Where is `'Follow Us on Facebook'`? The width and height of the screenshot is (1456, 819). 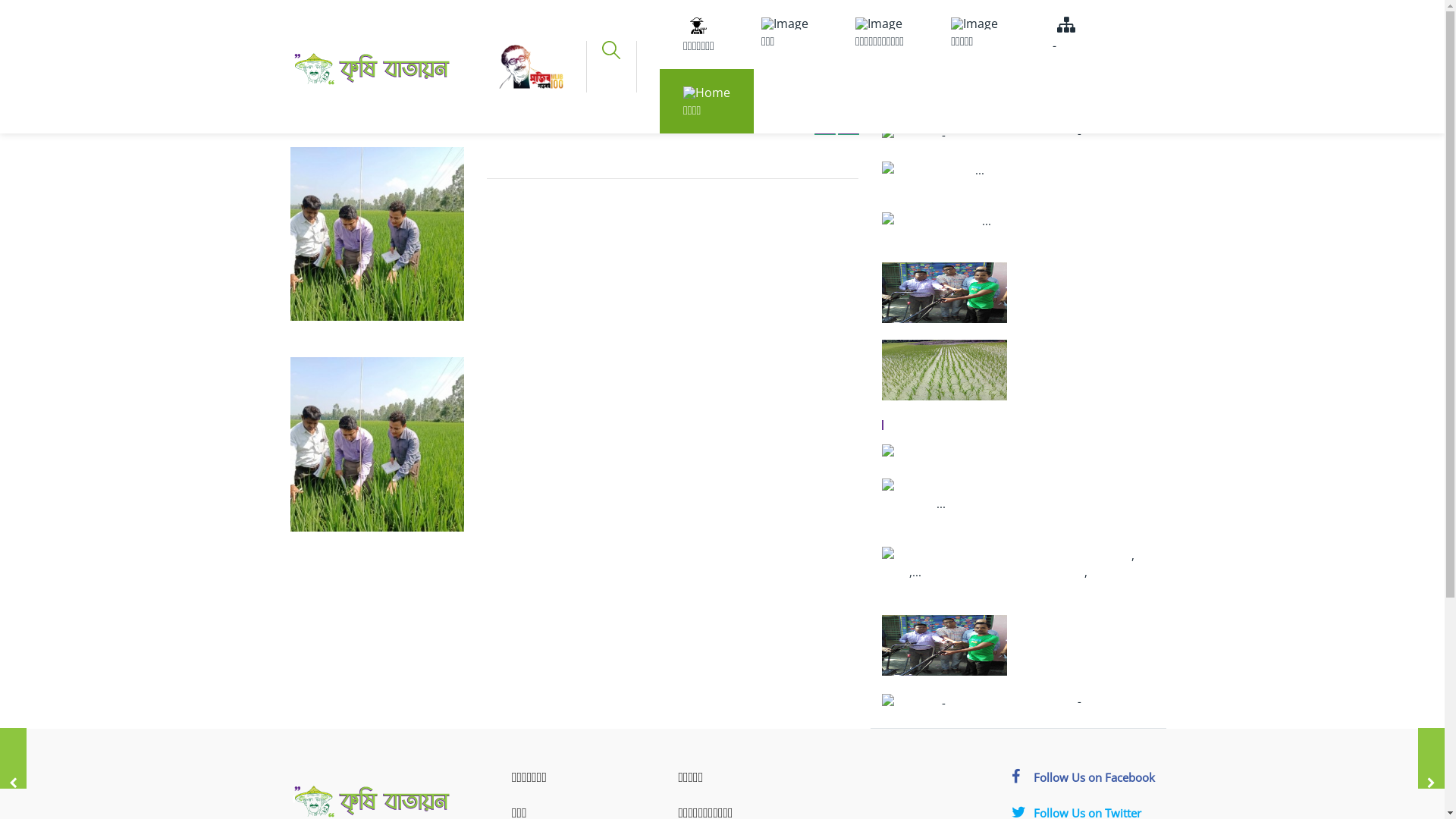
'Follow Us on Facebook' is located at coordinates (1082, 777).